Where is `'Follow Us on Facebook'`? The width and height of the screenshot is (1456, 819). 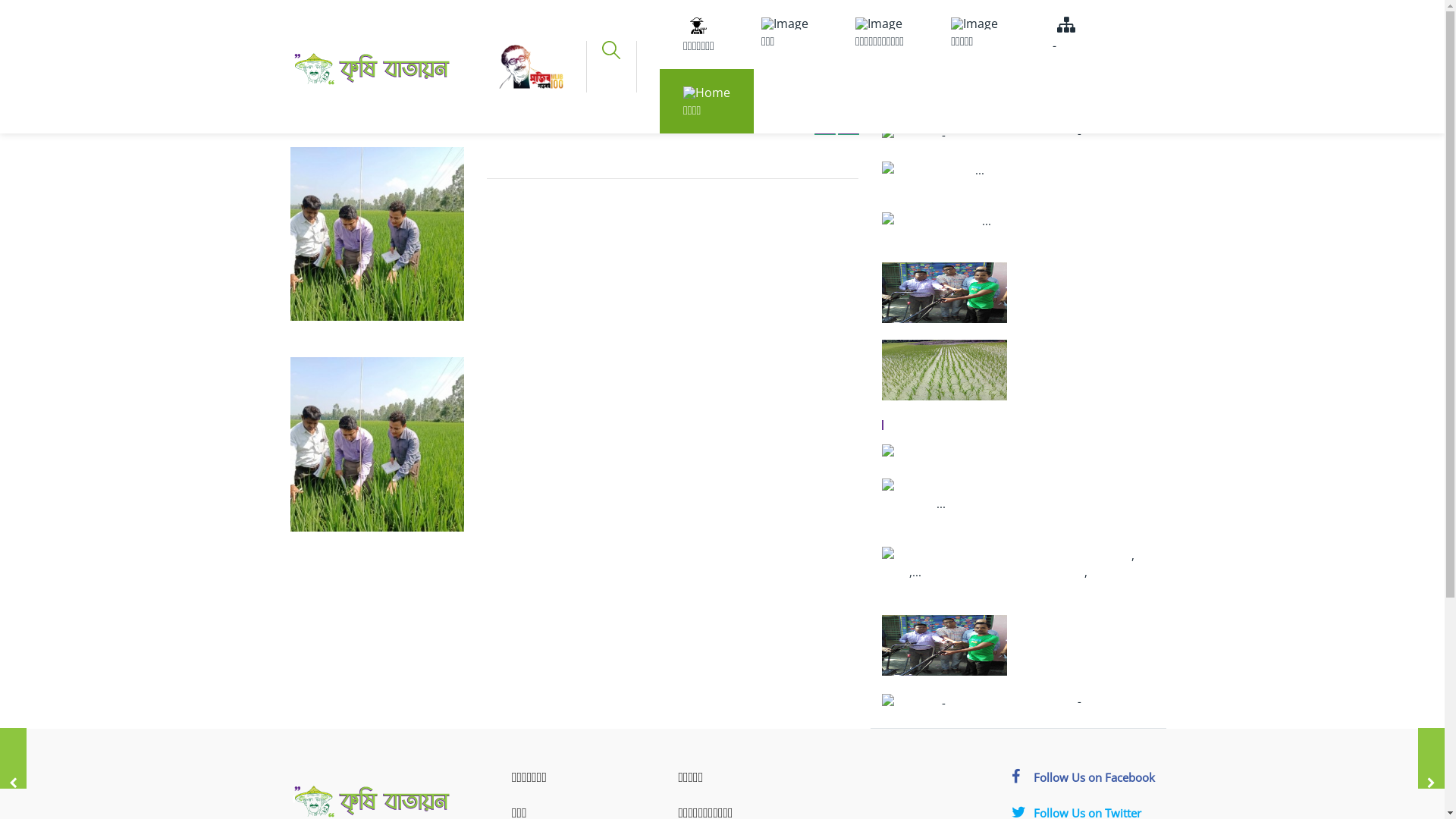
'Follow Us on Facebook' is located at coordinates (1082, 777).